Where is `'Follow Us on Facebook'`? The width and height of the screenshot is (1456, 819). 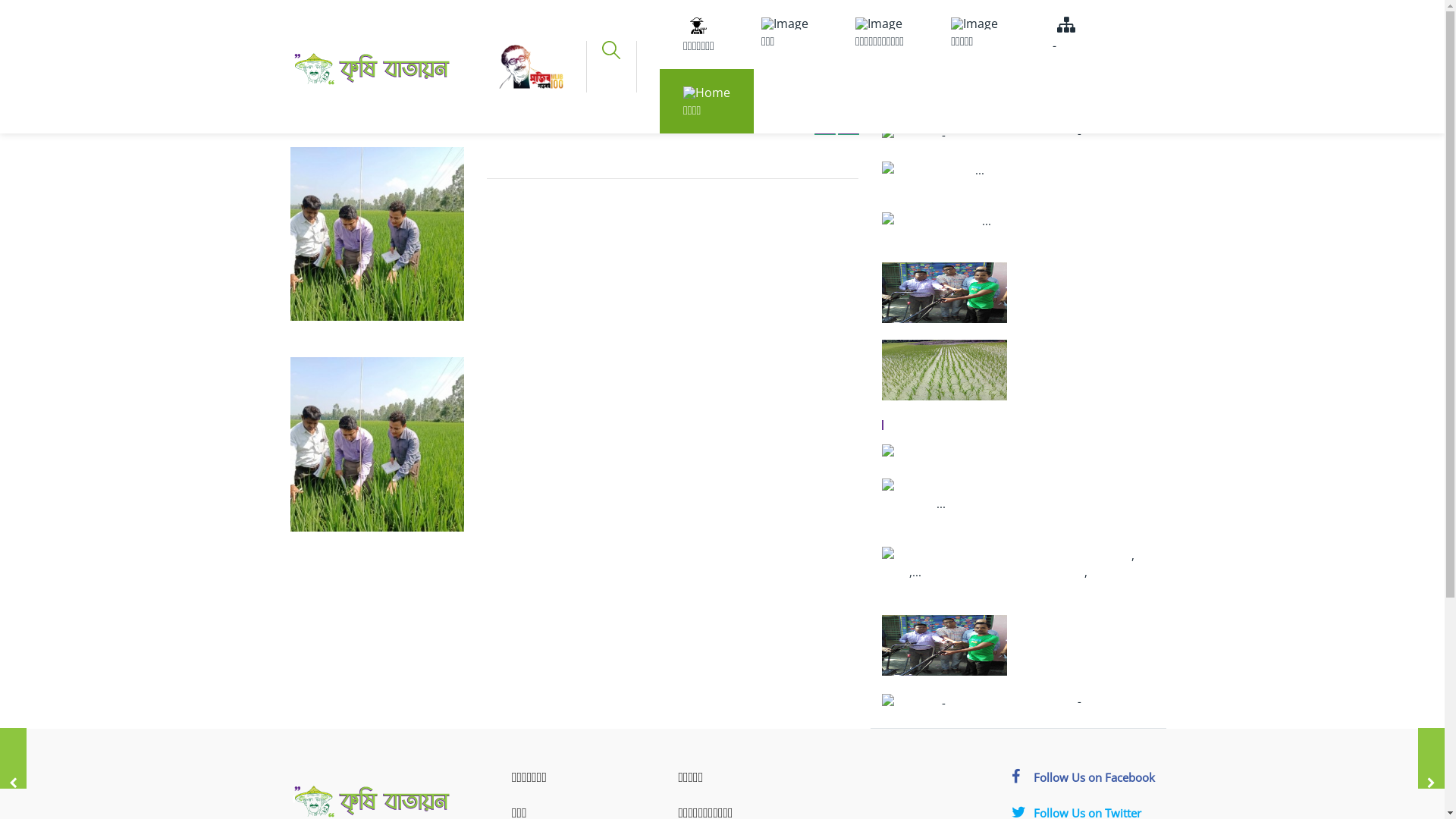
'Follow Us on Facebook' is located at coordinates (1082, 777).